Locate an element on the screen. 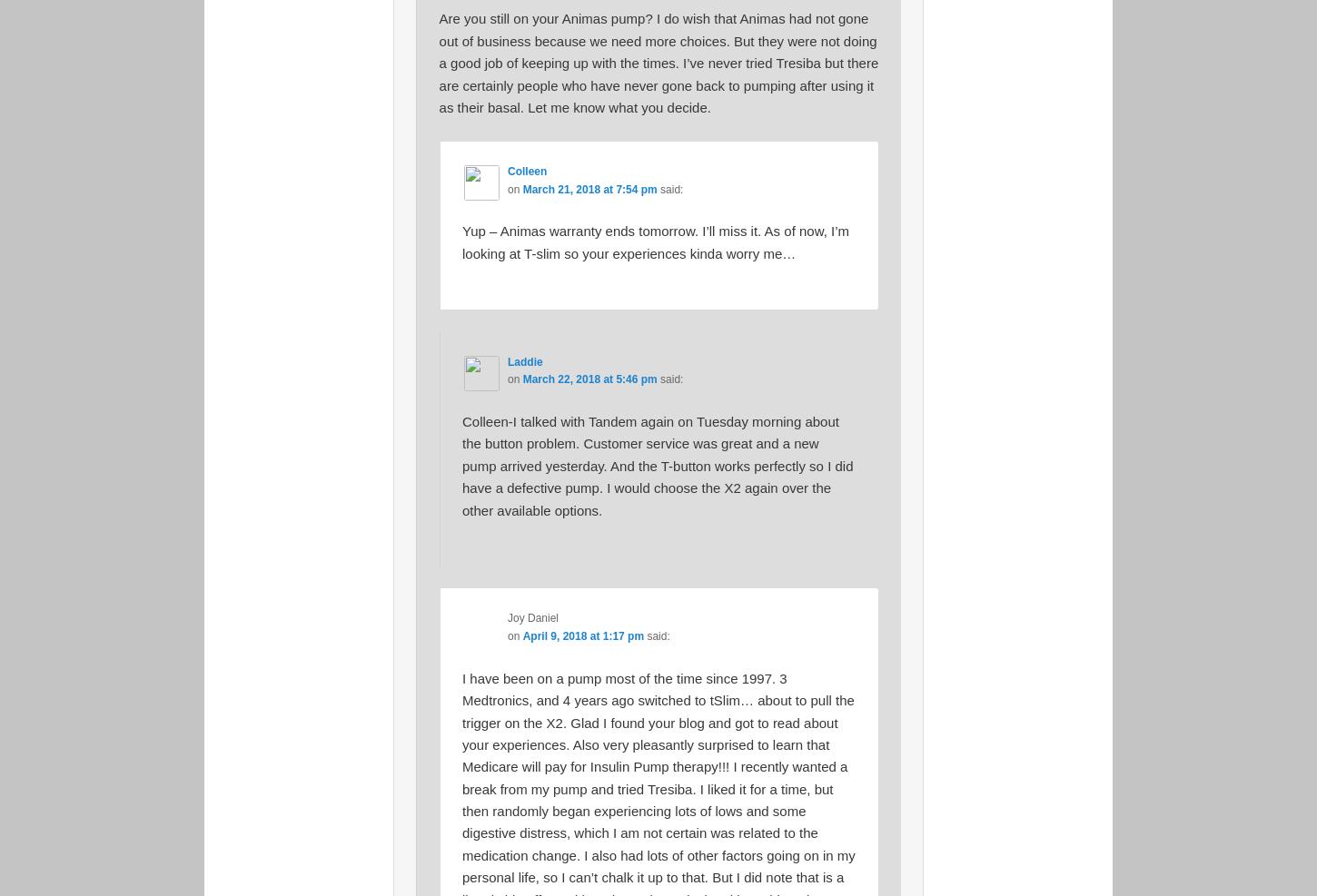 The height and width of the screenshot is (896, 1317). 'Yup – Animas warranty ends tomorrow. I’ll miss it. As of now, I’m looking at T-slim so your experiences kinda worry me…' is located at coordinates (460, 241).